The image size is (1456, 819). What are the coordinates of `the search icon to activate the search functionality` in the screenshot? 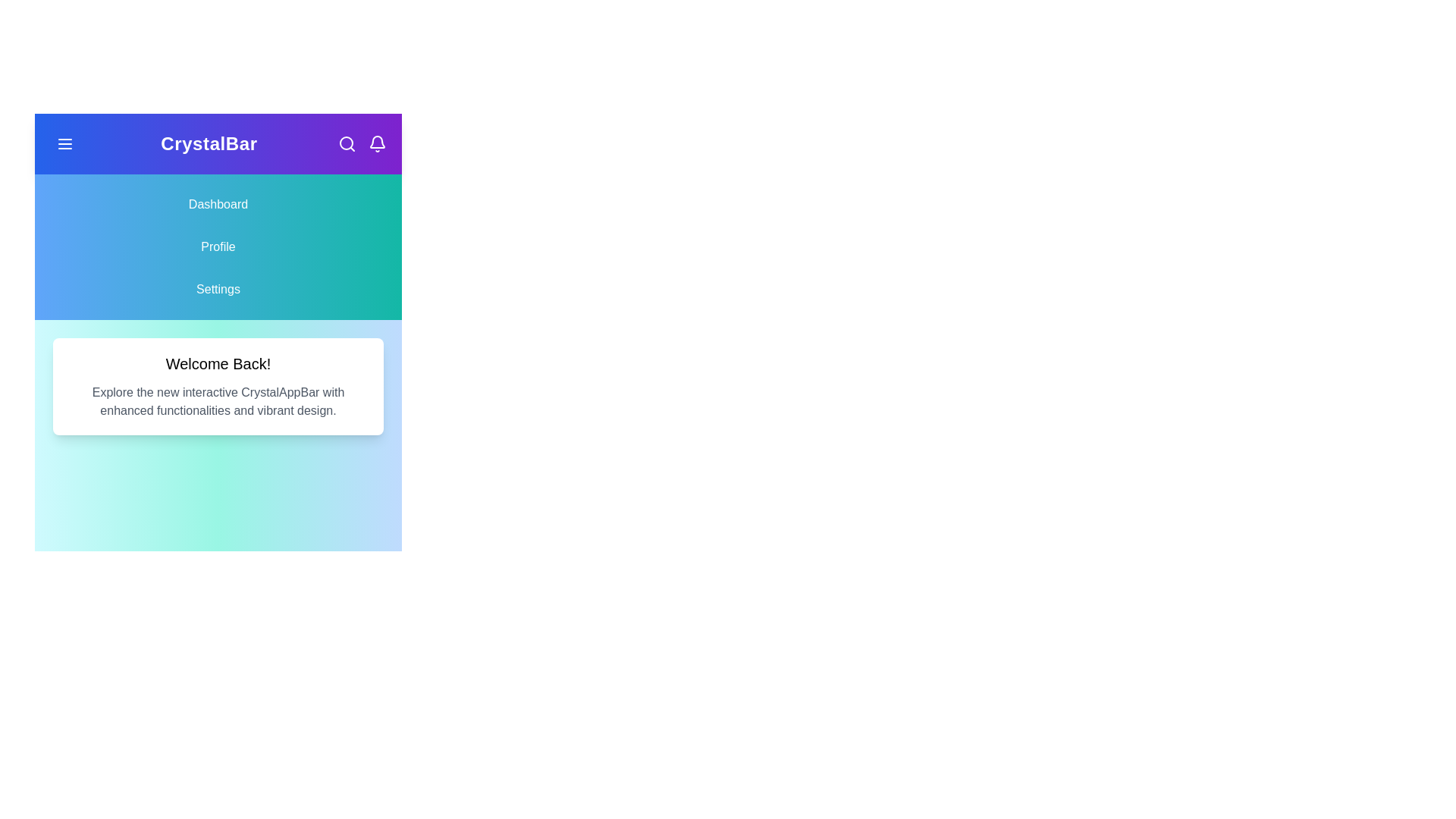 It's located at (346, 143).